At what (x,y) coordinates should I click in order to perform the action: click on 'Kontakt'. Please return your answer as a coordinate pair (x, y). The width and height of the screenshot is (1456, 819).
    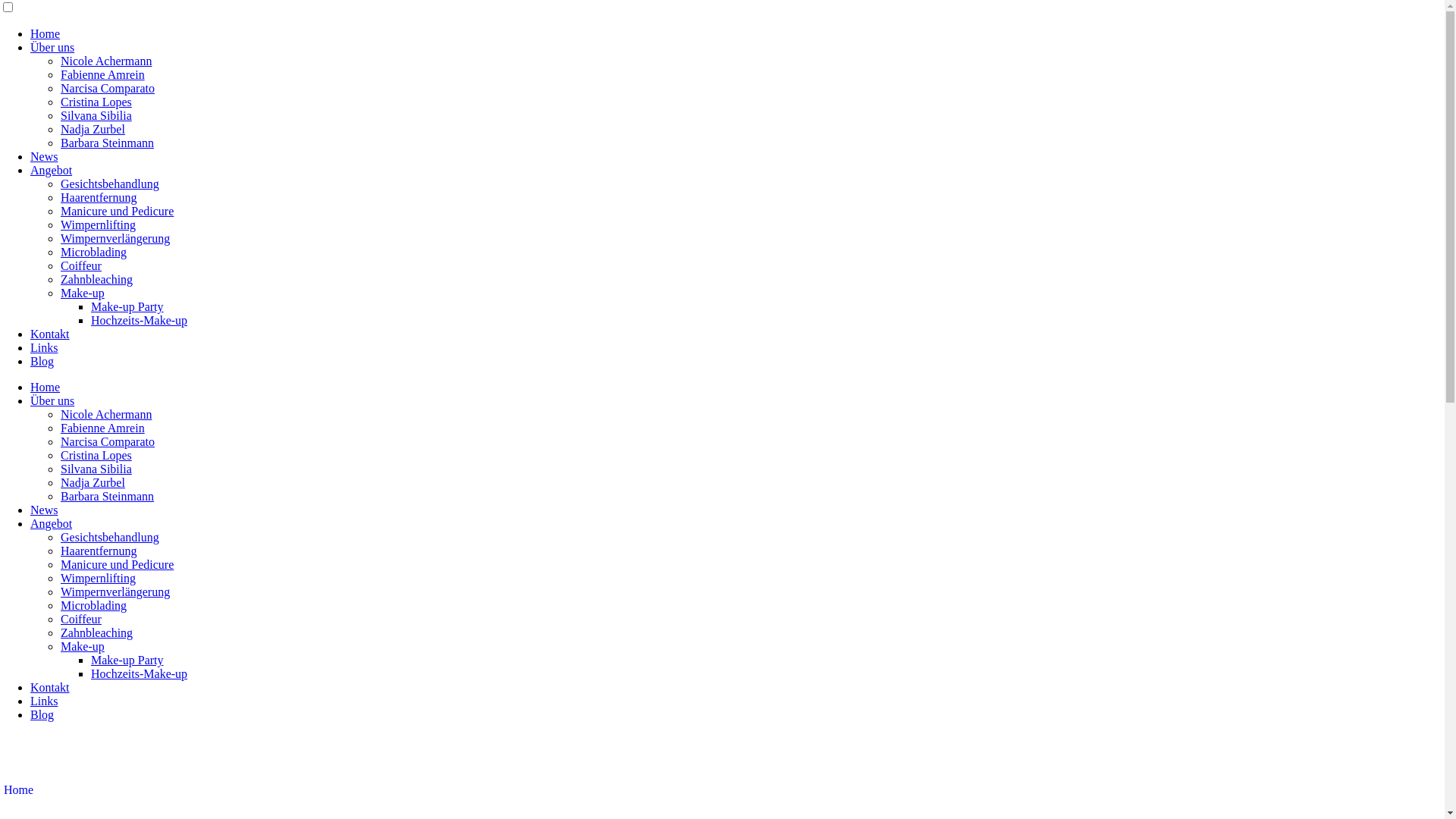
    Looking at the image, I should click on (50, 687).